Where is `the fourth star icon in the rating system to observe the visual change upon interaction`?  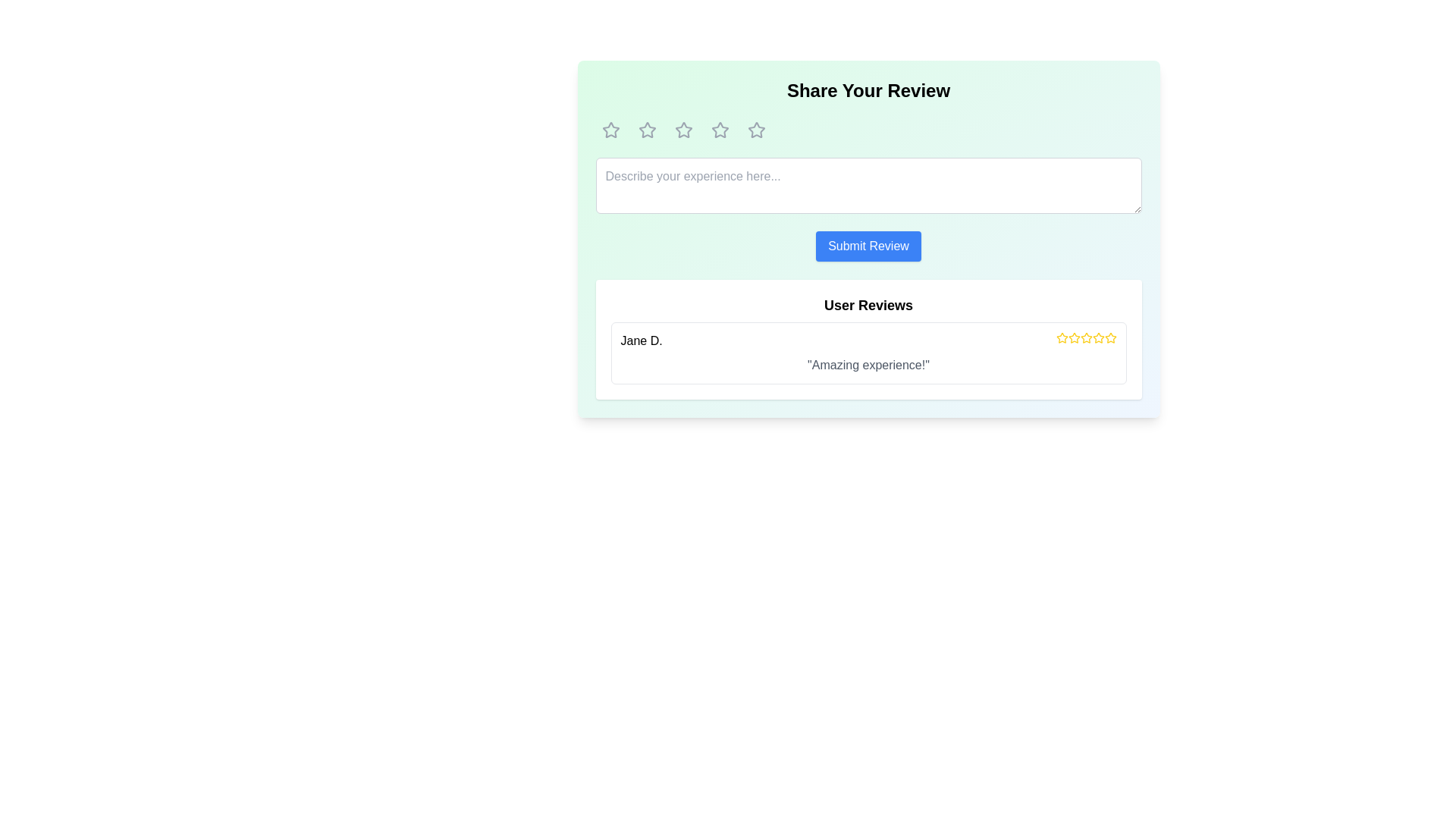
the fourth star icon in the rating system to observe the visual change upon interaction is located at coordinates (719, 130).